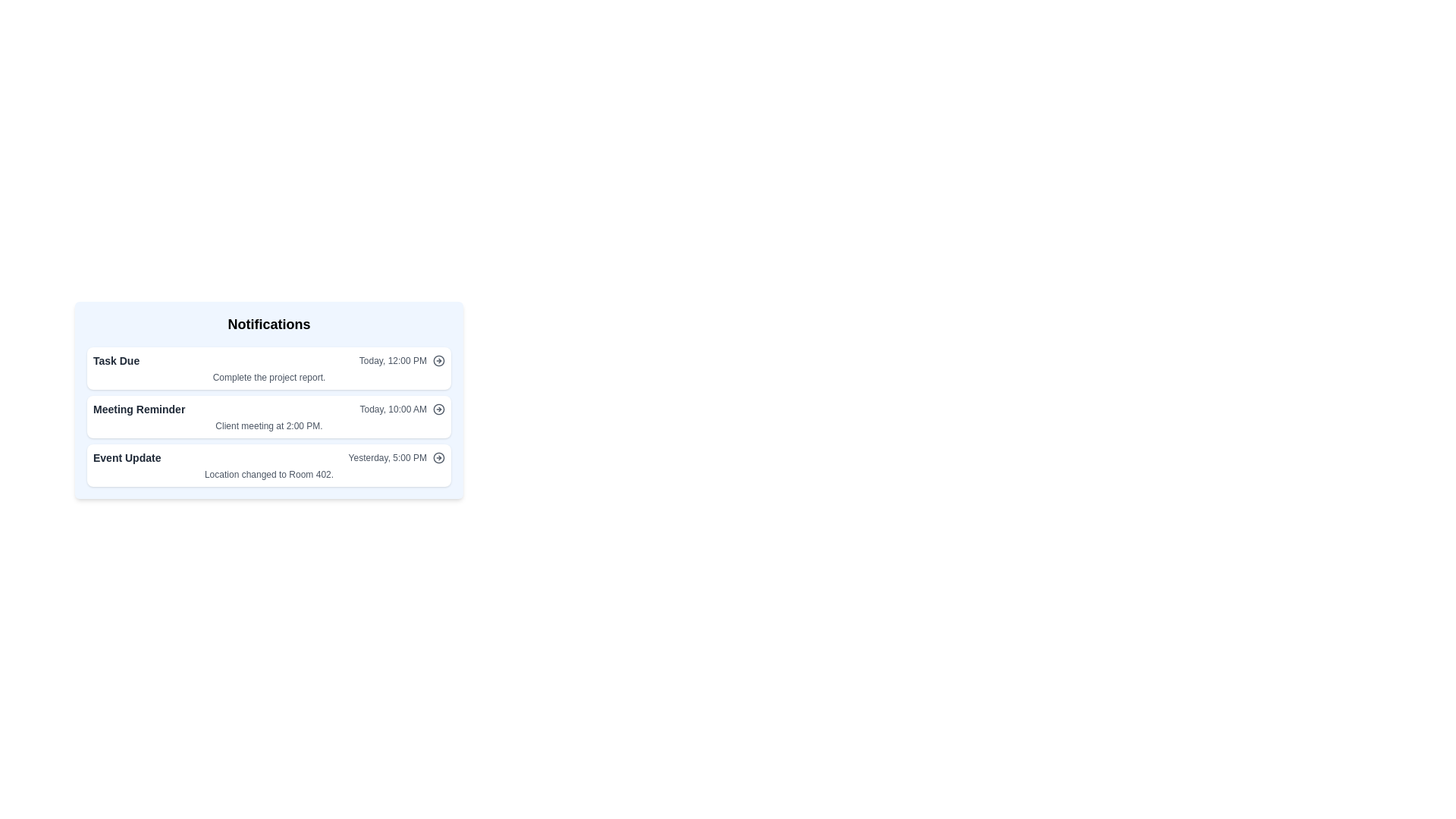 The height and width of the screenshot is (819, 1456). What do you see at coordinates (438, 360) in the screenshot?
I see `the rightmost icon associated with the notification labeled 'Today, 12:00 PM'` at bounding box center [438, 360].